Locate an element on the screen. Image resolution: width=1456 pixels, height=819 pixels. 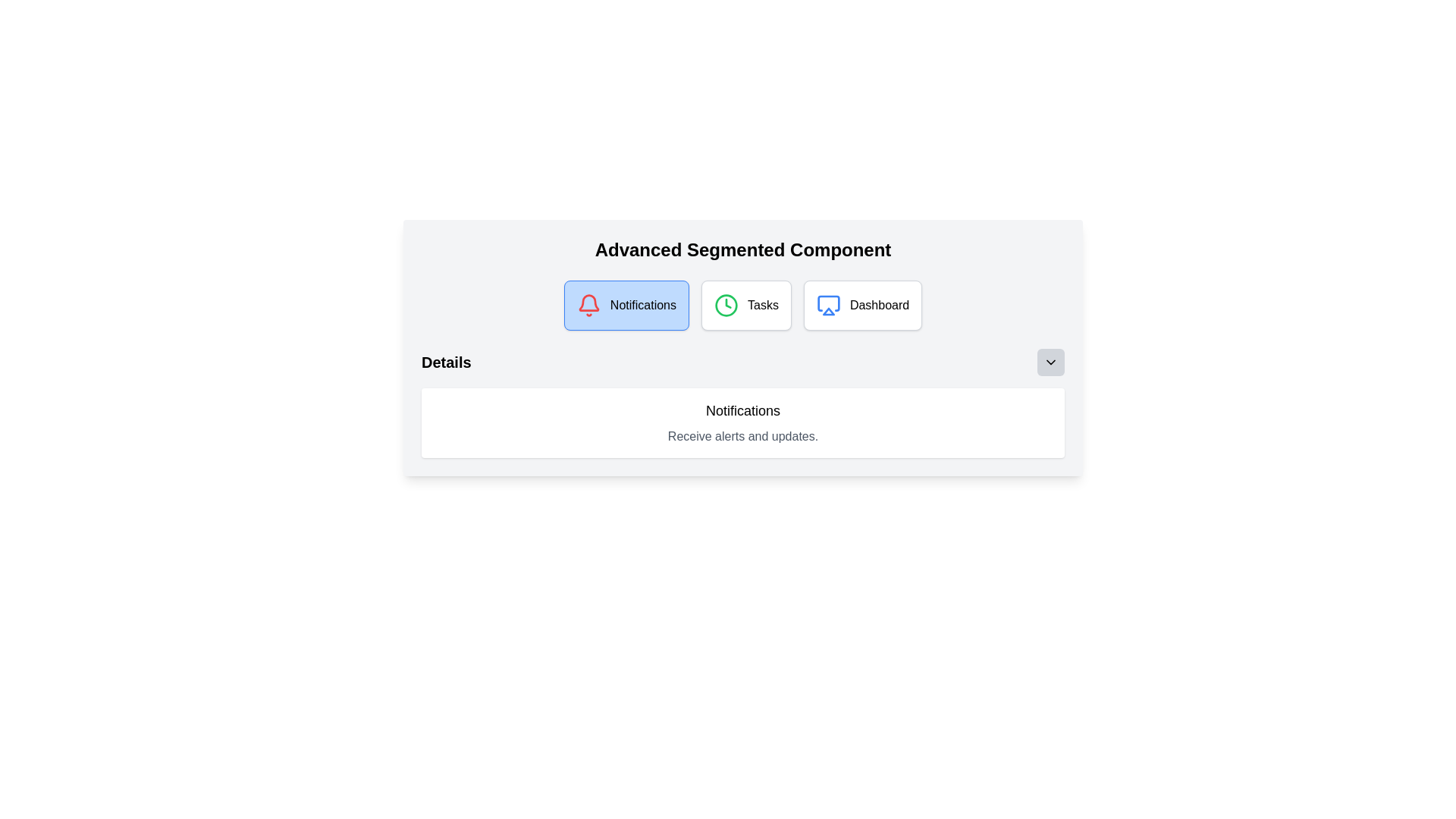
the 'Notifications' button, which is a rectangular button with a light blue background, featuring a red bell icon and bold text on its right, located at the top left of the button row is located at coordinates (626, 305).